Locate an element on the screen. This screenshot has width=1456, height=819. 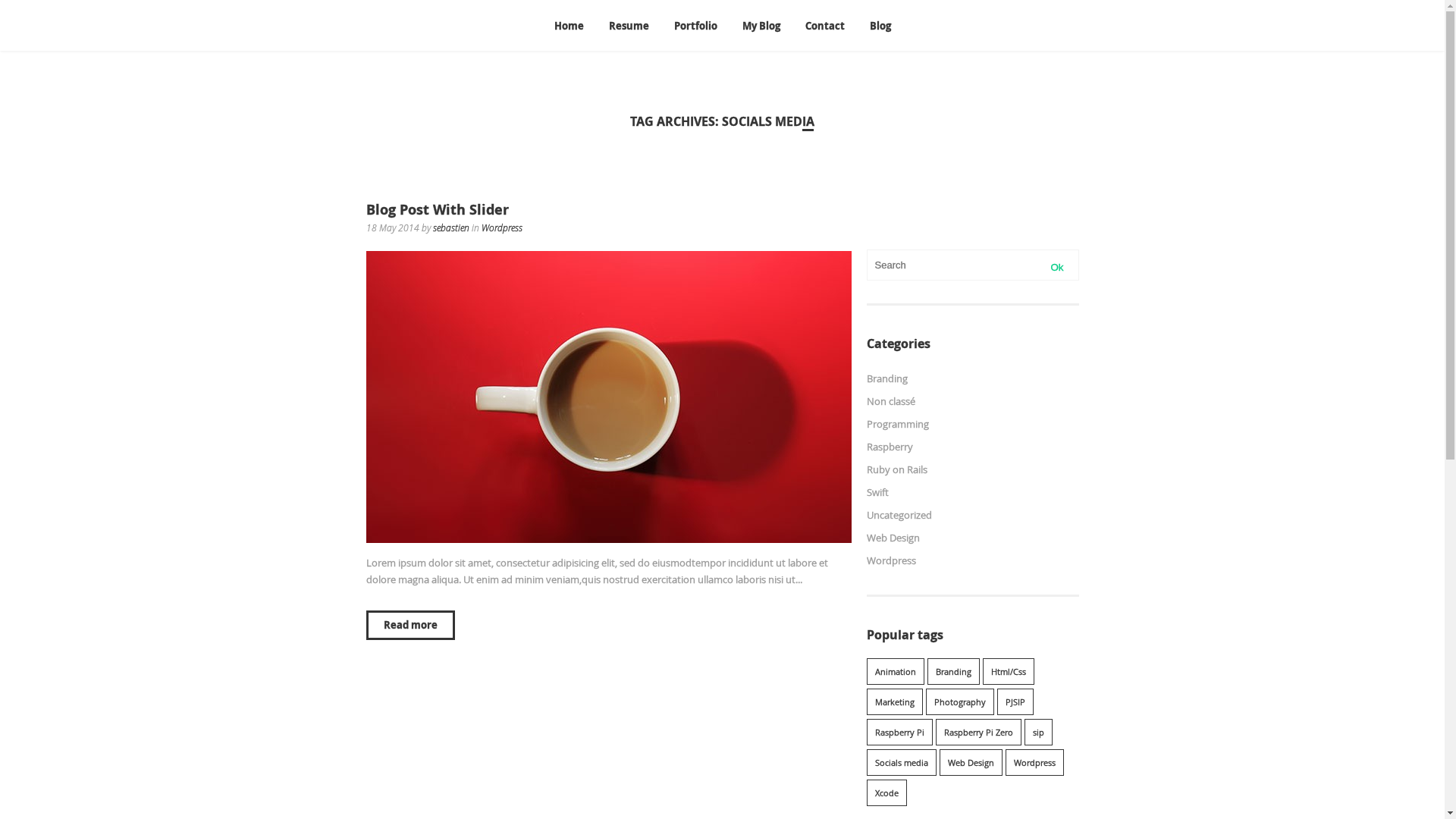
'Portfolio' is located at coordinates (695, 26).